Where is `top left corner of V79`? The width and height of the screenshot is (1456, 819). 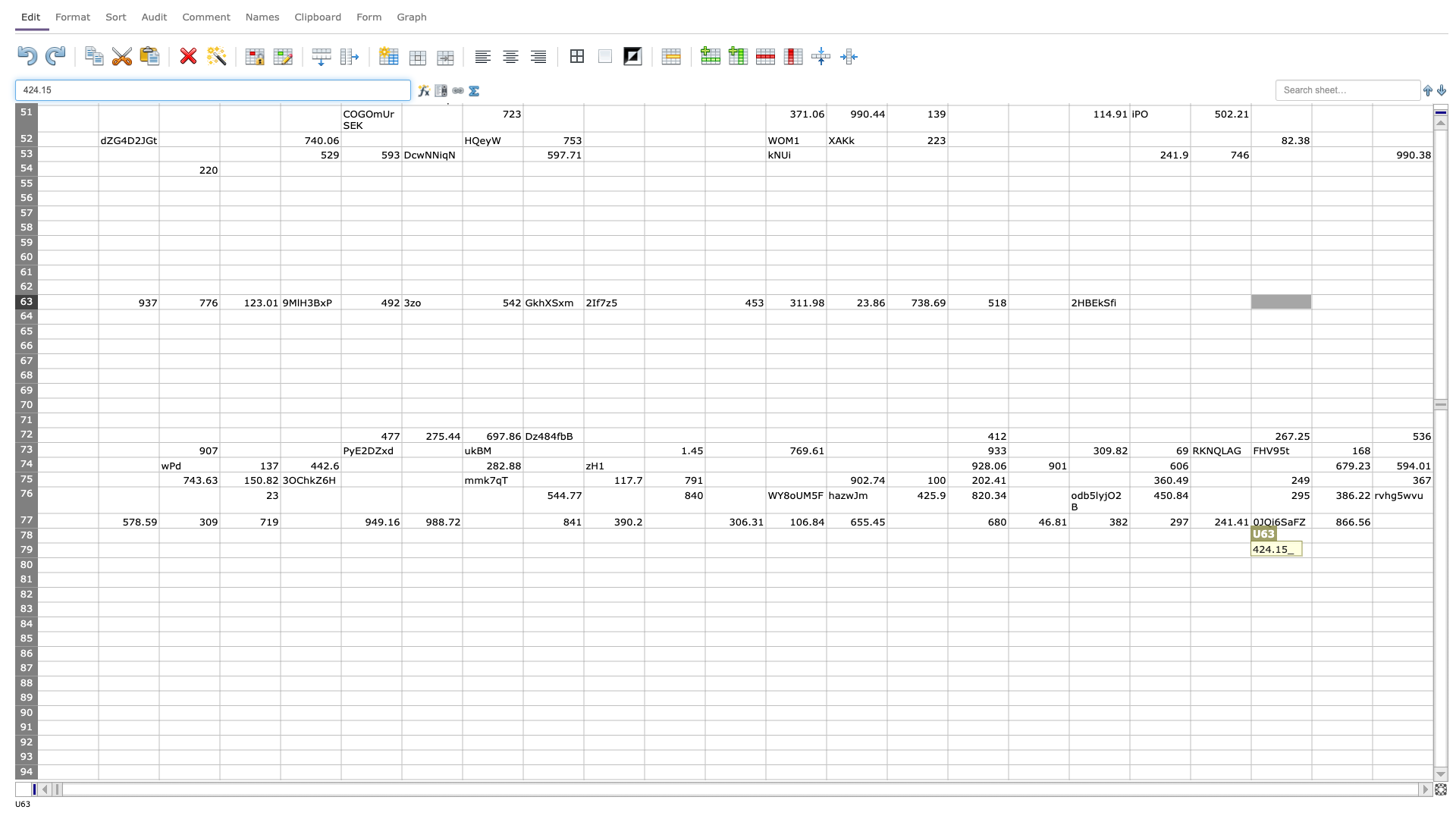
top left corner of V79 is located at coordinates (1310, 542).